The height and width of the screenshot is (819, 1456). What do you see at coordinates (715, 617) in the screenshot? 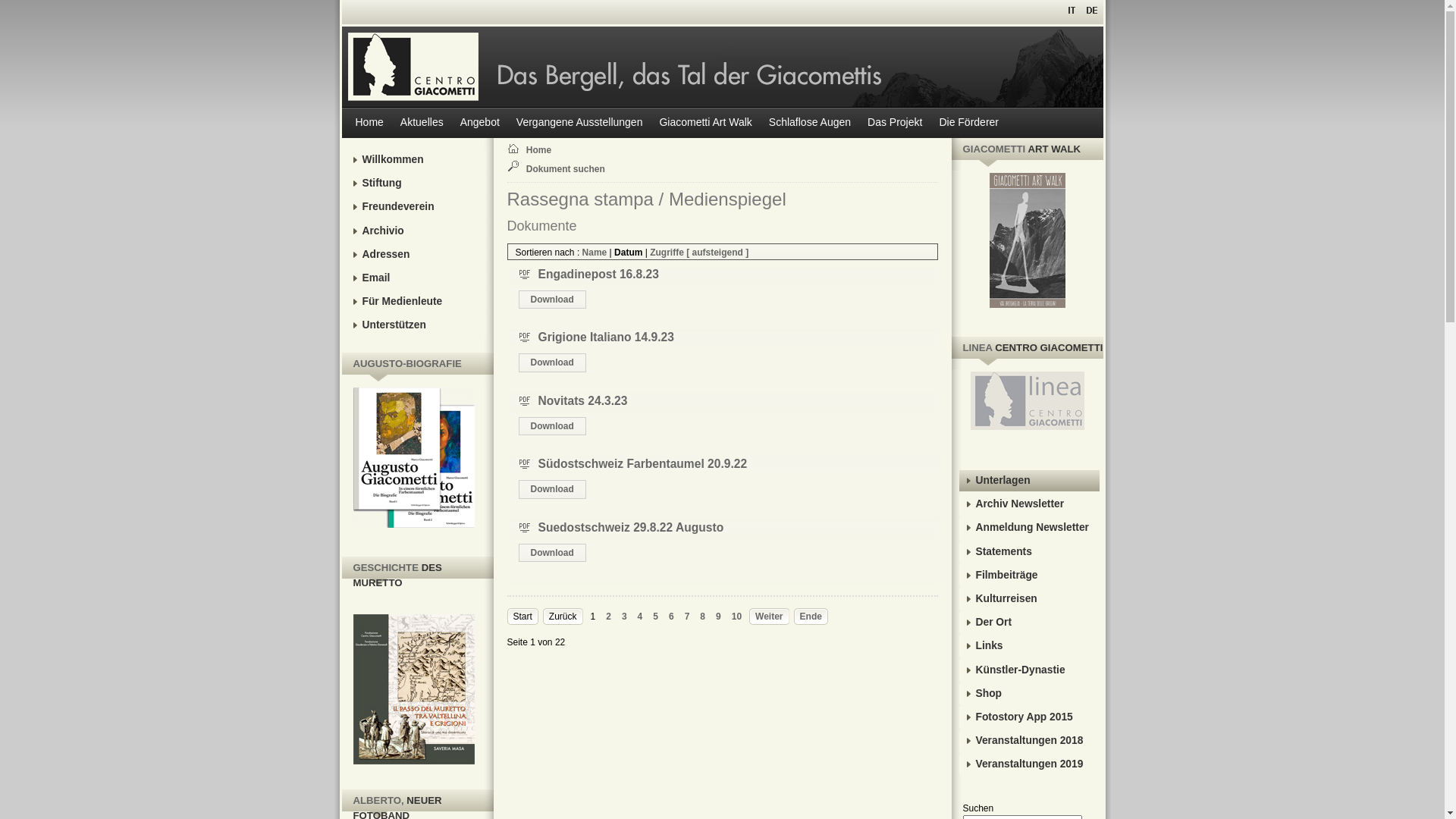
I see `'9'` at bounding box center [715, 617].